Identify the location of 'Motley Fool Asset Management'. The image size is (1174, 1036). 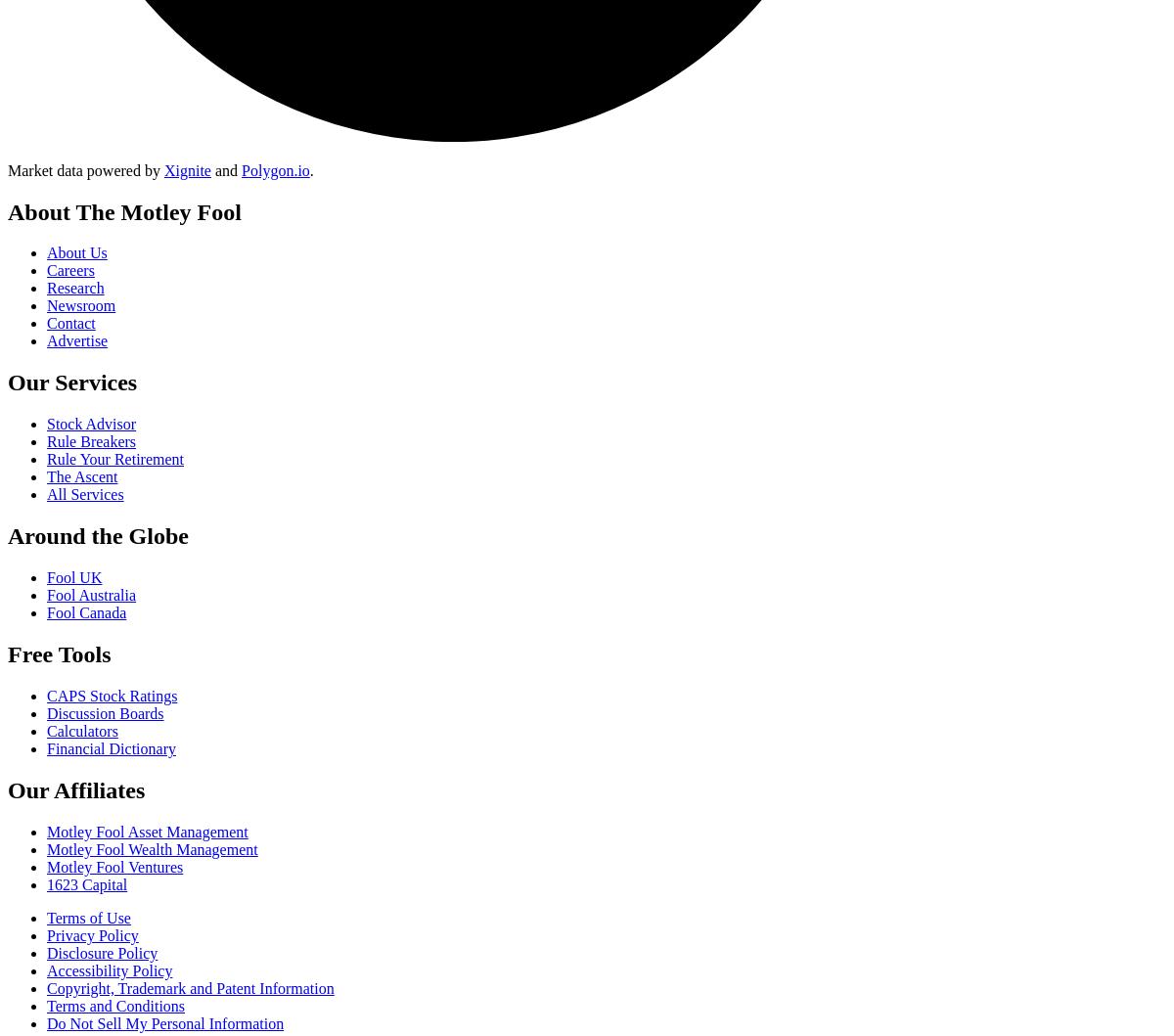
(147, 831).